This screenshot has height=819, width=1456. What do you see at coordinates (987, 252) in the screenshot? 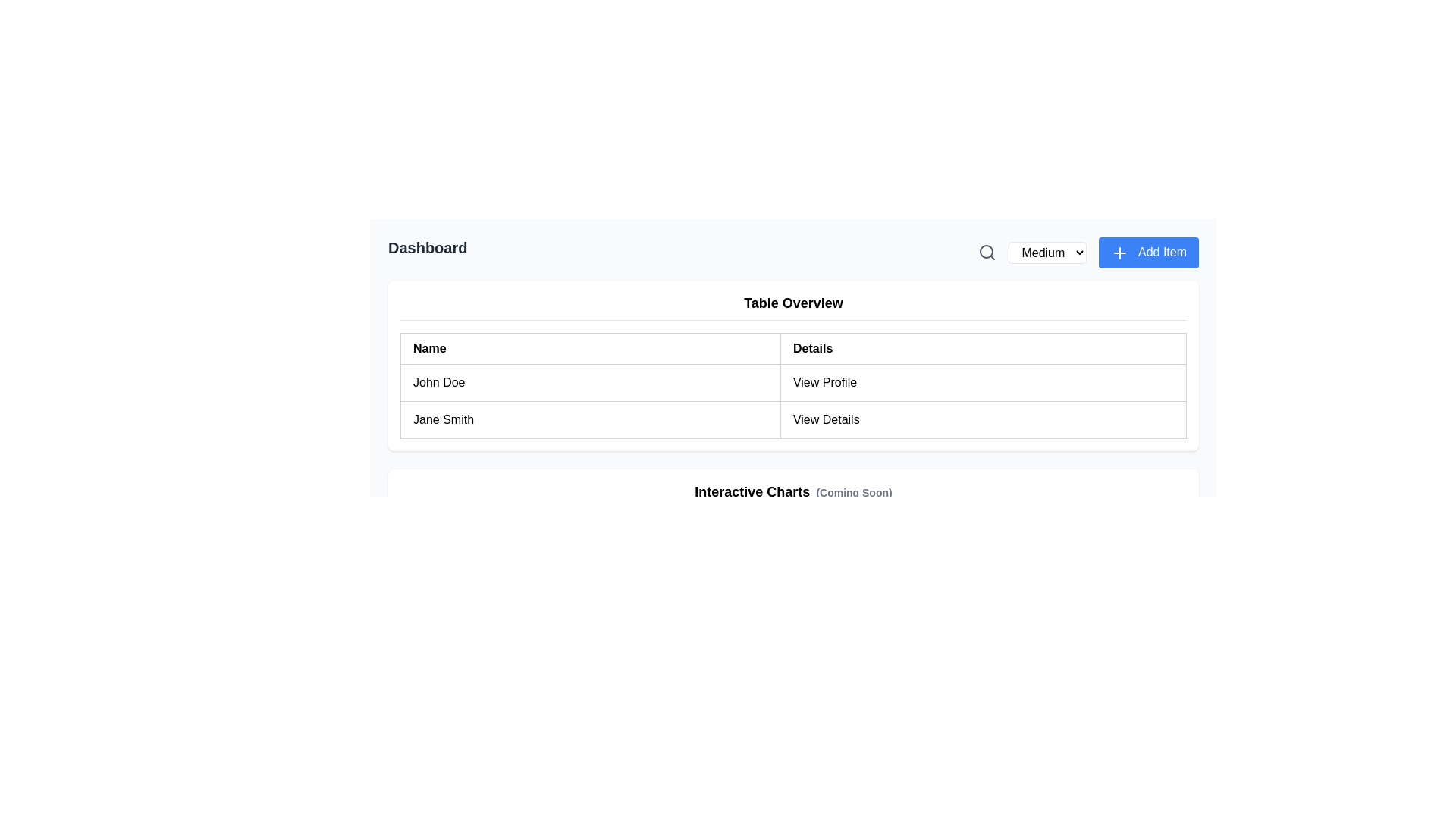
I see `the magnifying glass icon outlined in black, representing search functionality, located to the left of the 'Medium' dropdown and the 'Add Item' button, to initiate a search action` at bounding box center [987, 252].